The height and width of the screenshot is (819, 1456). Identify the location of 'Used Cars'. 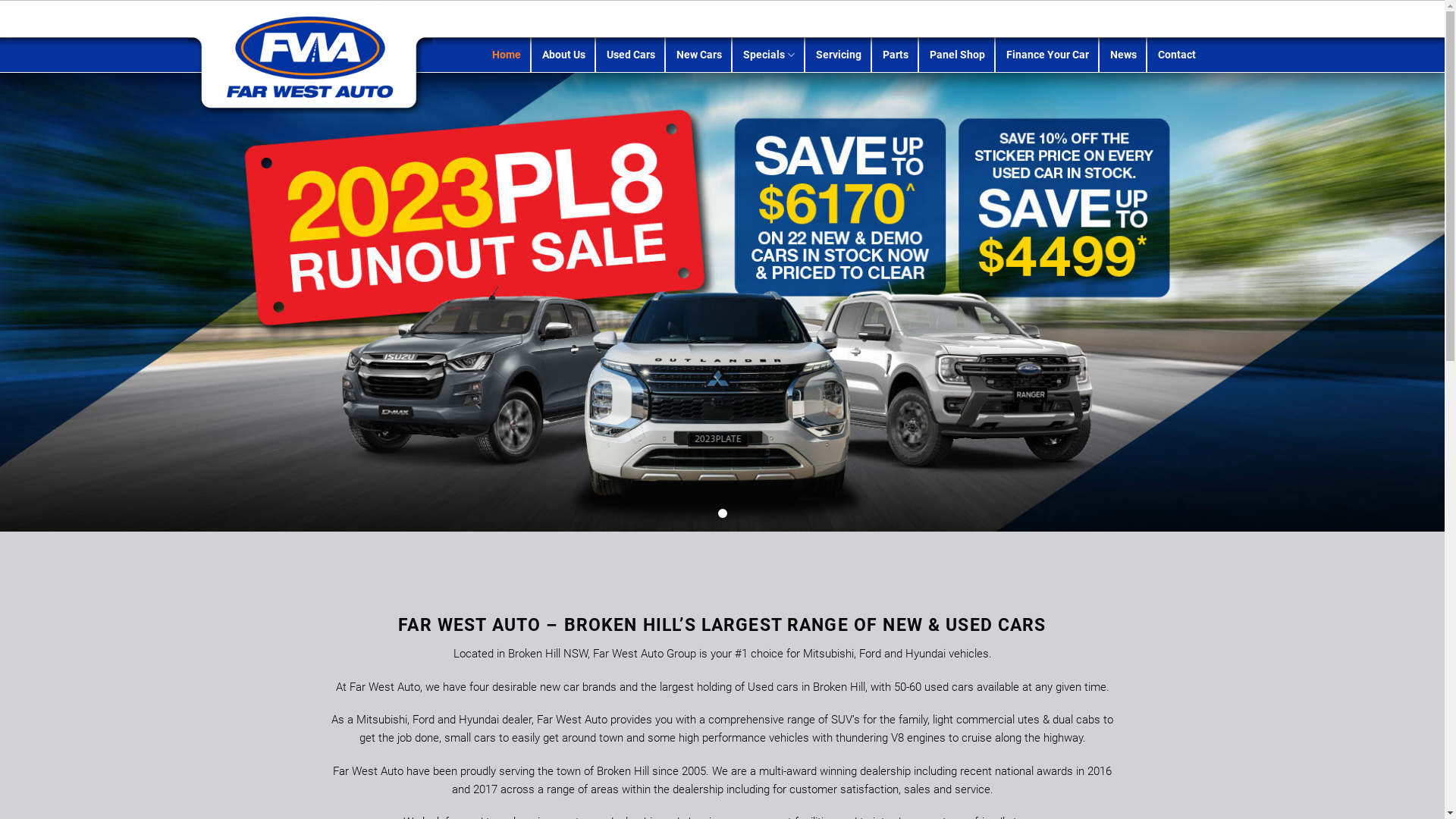
(630, 54).